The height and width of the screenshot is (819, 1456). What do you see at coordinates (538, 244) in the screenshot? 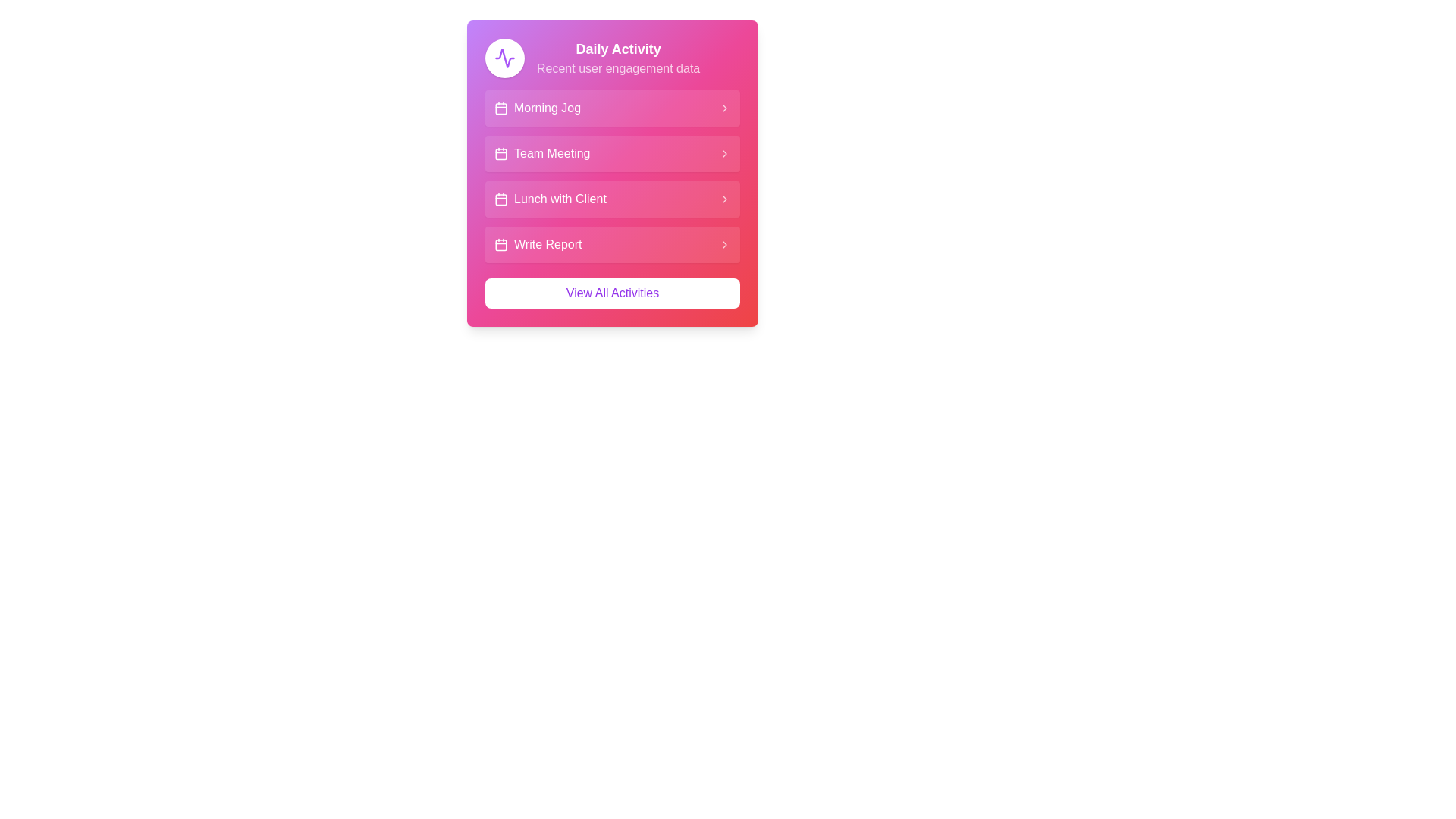
I see `the 'Write Report' button in the 'Daily Activity' section, which is the fourth item in the vertical list, located between 'Lunch with Client' and 'View All Activities'` at bounding box center [538, 244].